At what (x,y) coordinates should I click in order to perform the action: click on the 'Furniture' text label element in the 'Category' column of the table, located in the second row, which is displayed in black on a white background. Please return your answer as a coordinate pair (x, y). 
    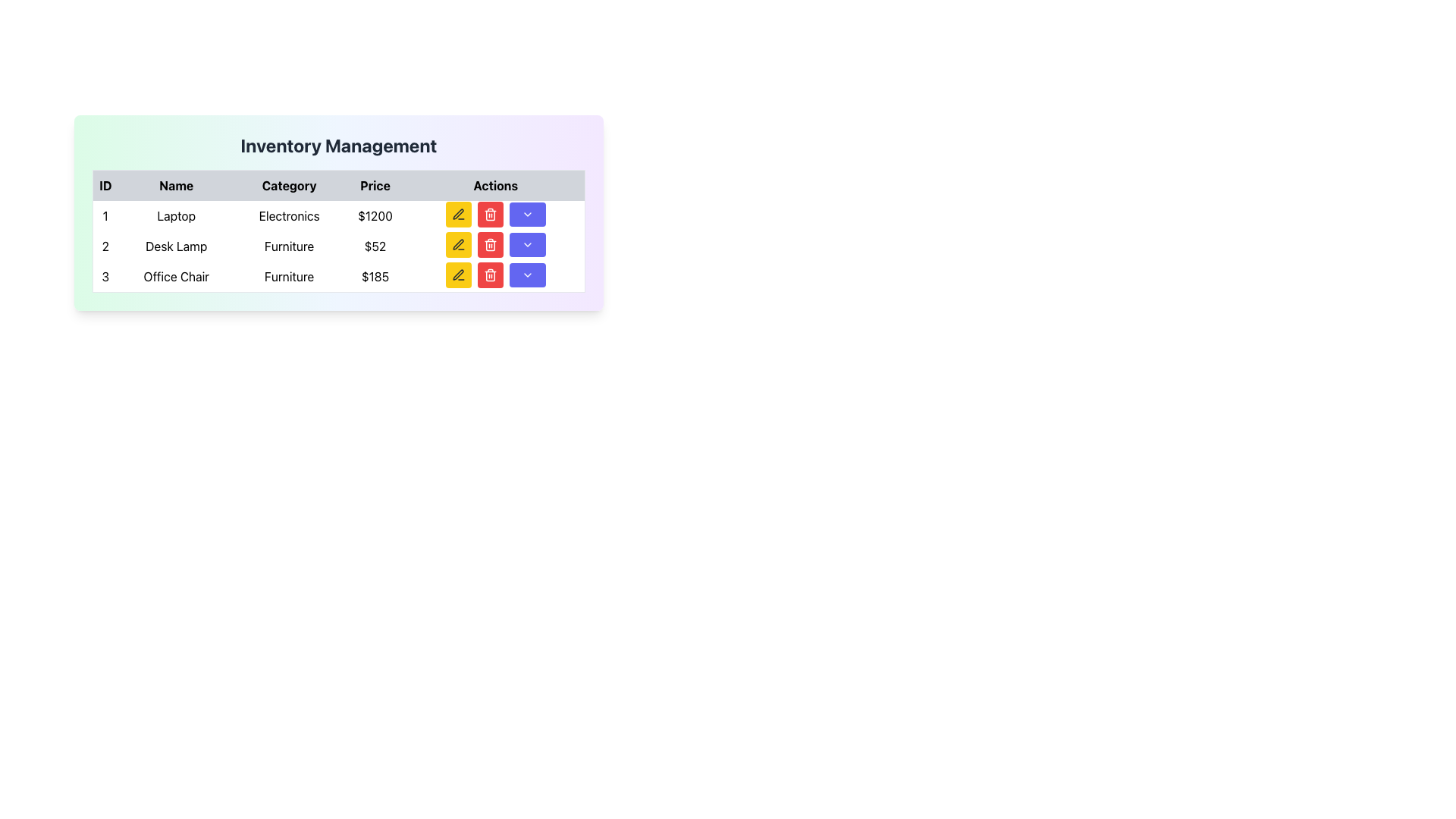
    Looking at the image, I should click on (289, 245).